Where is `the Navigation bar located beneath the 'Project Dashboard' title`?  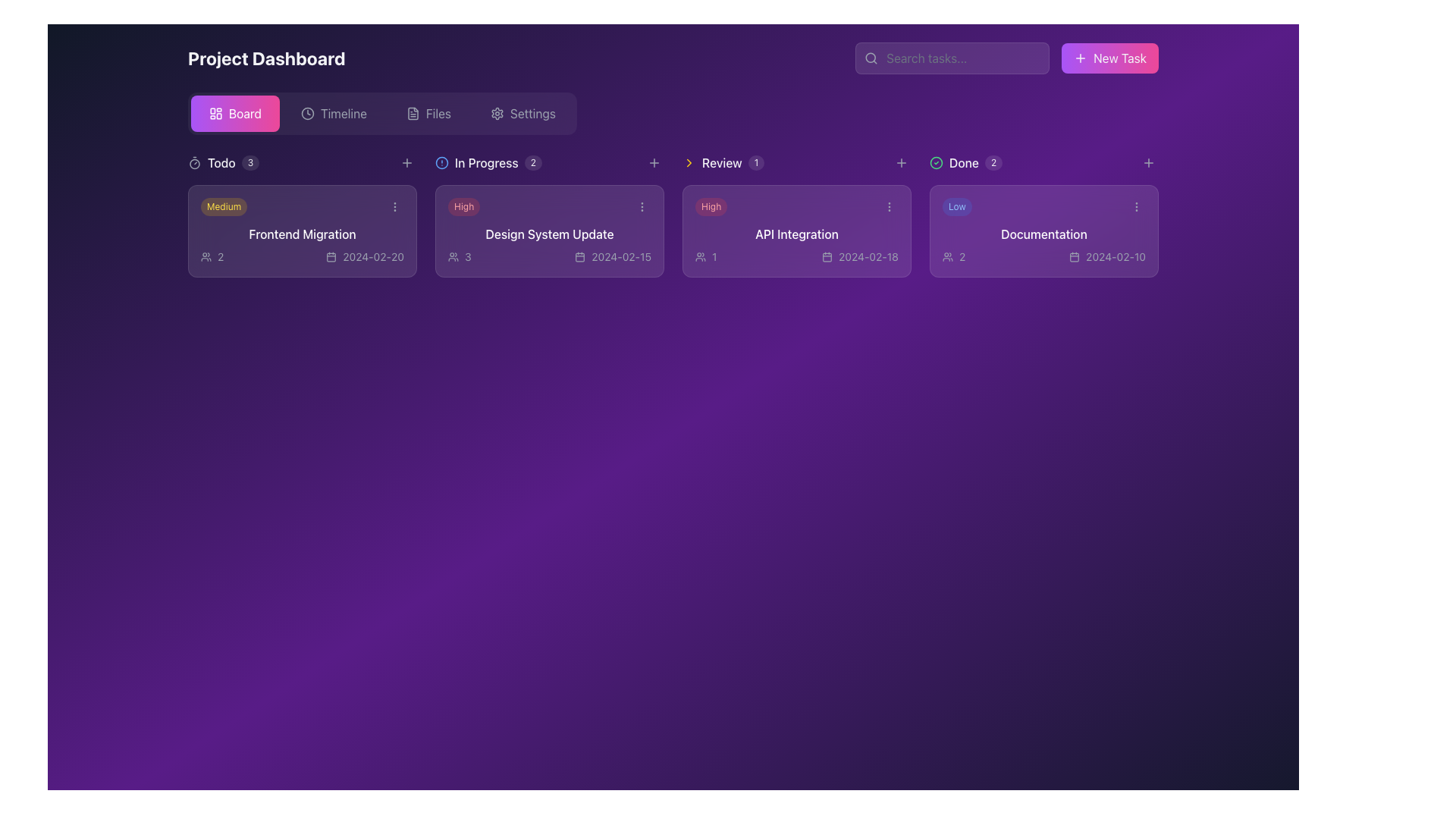
the Navigation bar located beneath the 'Project Dashboard' title is located at coordinates (382, 113).